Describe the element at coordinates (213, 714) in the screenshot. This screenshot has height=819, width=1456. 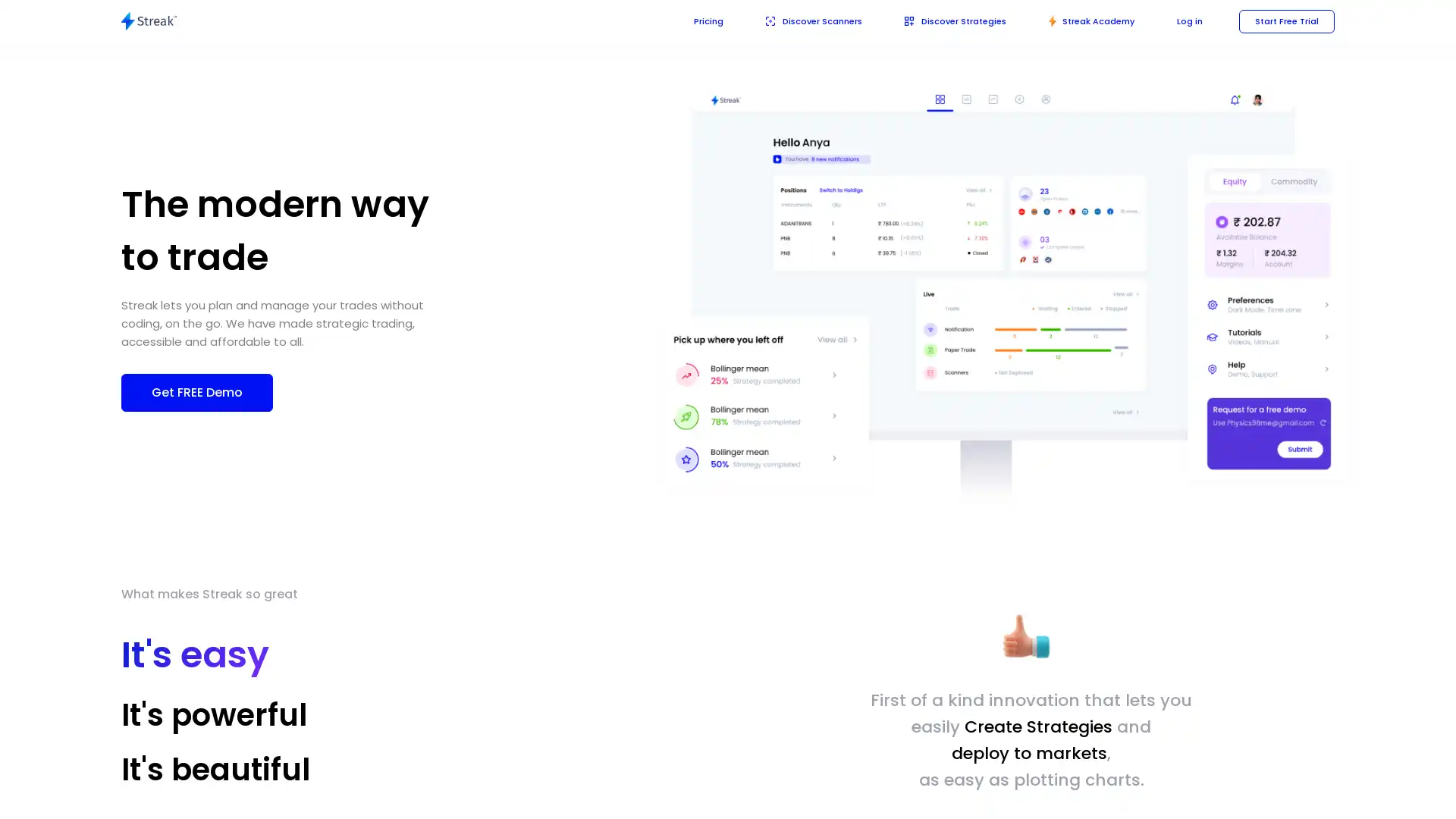
I see `It's powerful` at that location.